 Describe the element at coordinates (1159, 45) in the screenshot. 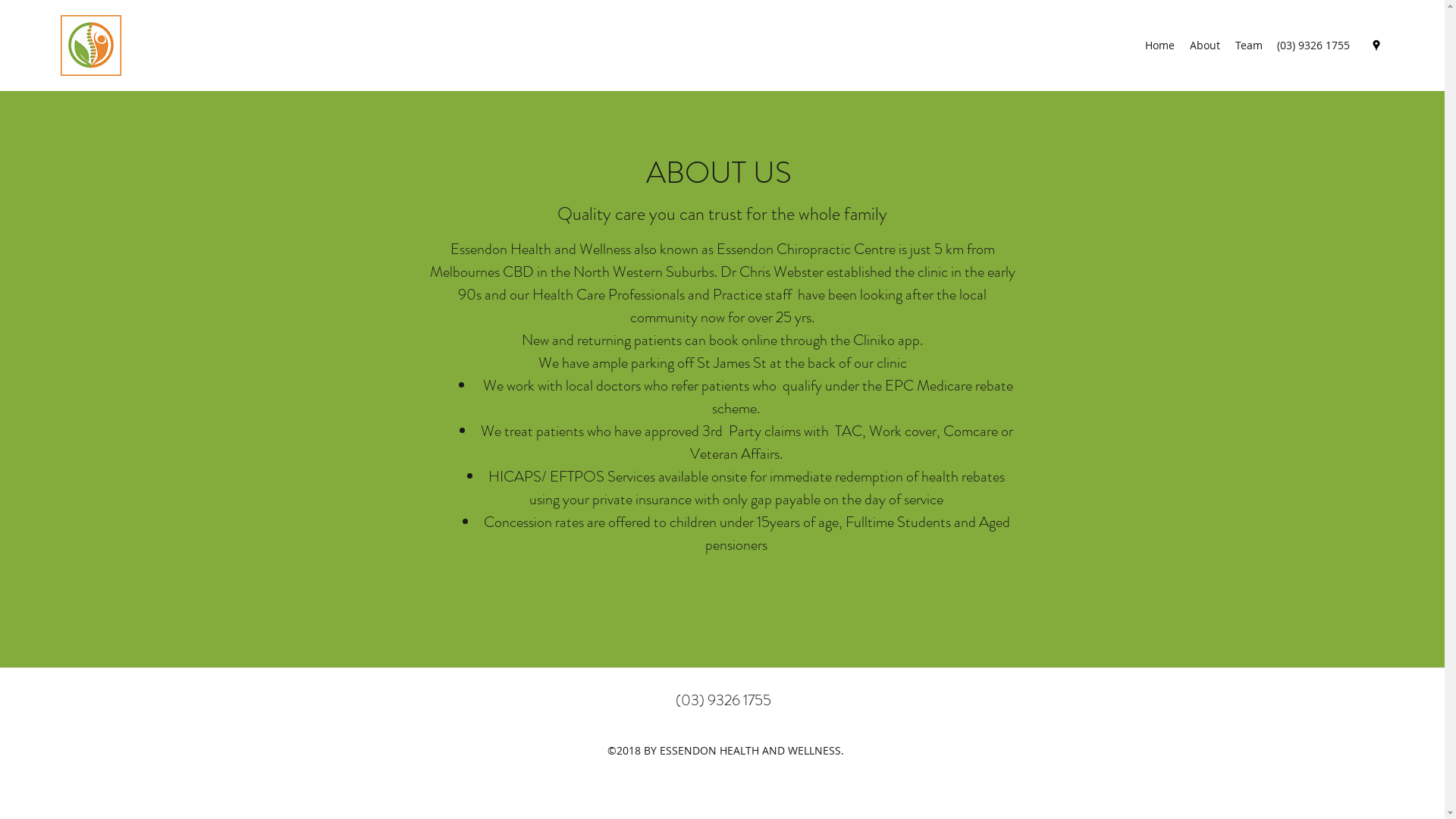

I see `'Home'` at that location.